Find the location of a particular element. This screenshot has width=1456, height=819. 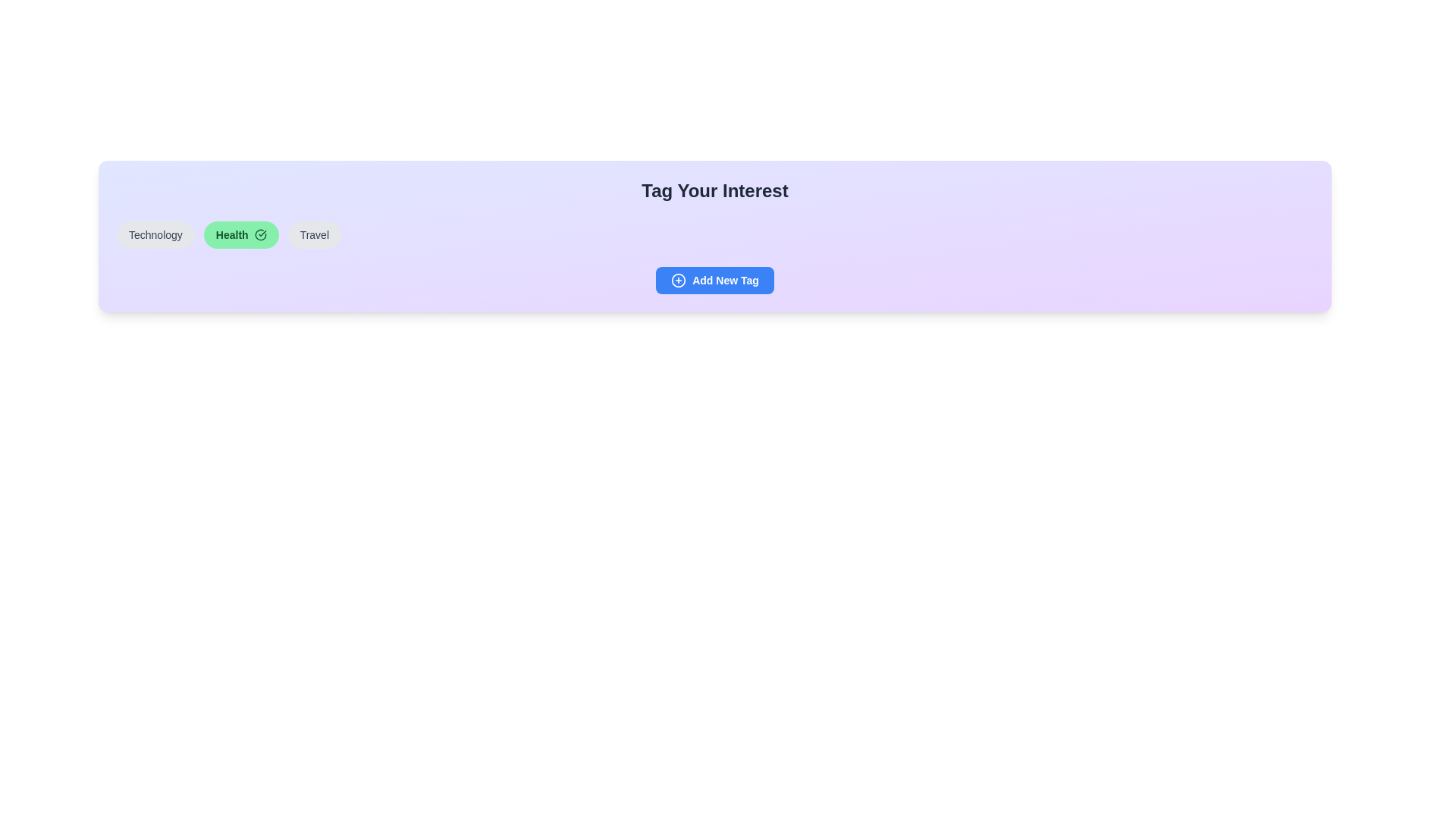

the 'Travel' tag label button, which is the third label in a horizontal sequence of tags labeled 'Technology', 'Health', and 'Travel' is located at coordinates (313, 234).